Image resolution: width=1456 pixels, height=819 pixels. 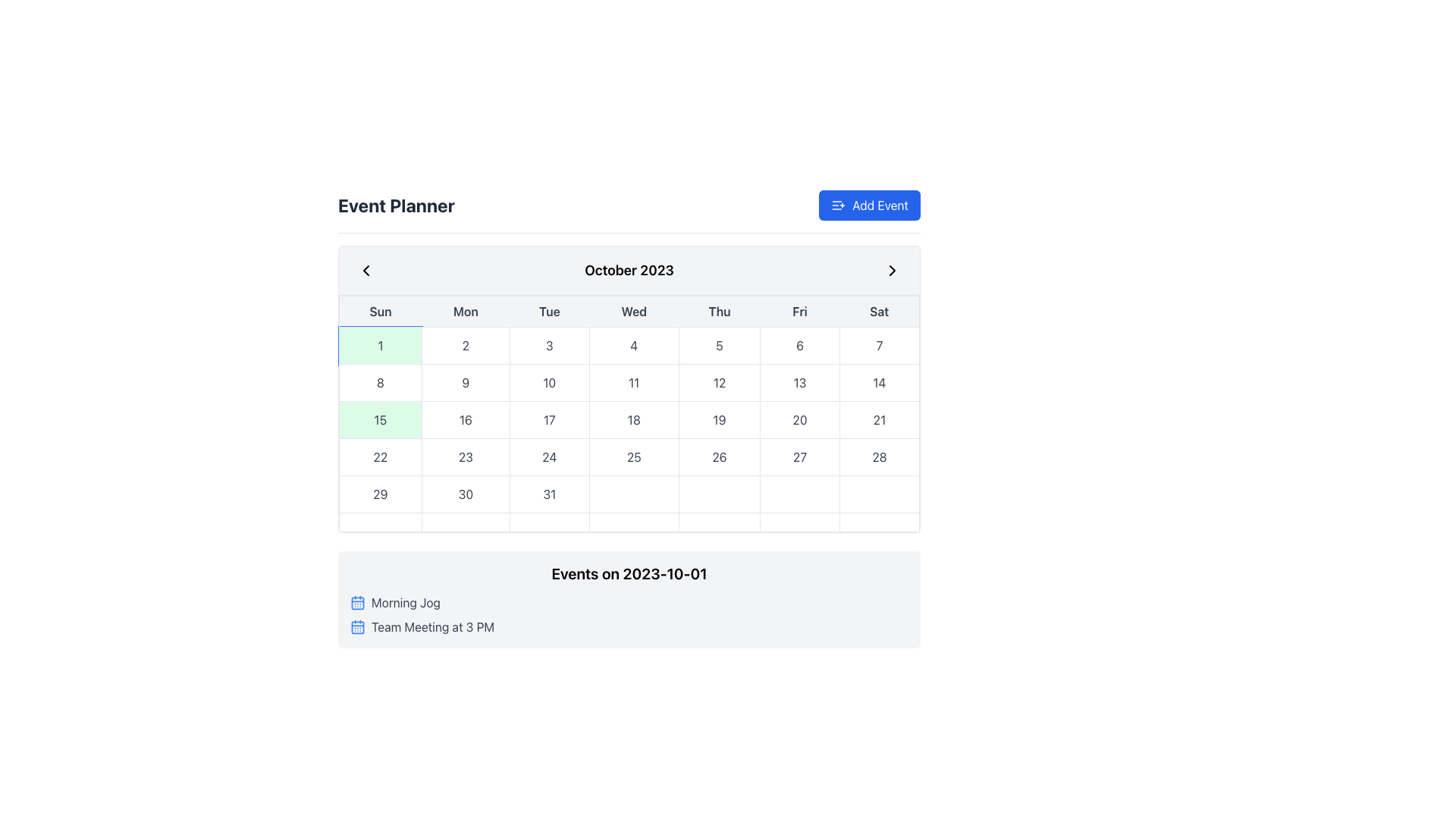 I want to click on the clickable calendar day cell representing the 31st day of October 2023, located in the last row of the calendar grid, specifically in the third column from the left, so click(x=548, y=494).